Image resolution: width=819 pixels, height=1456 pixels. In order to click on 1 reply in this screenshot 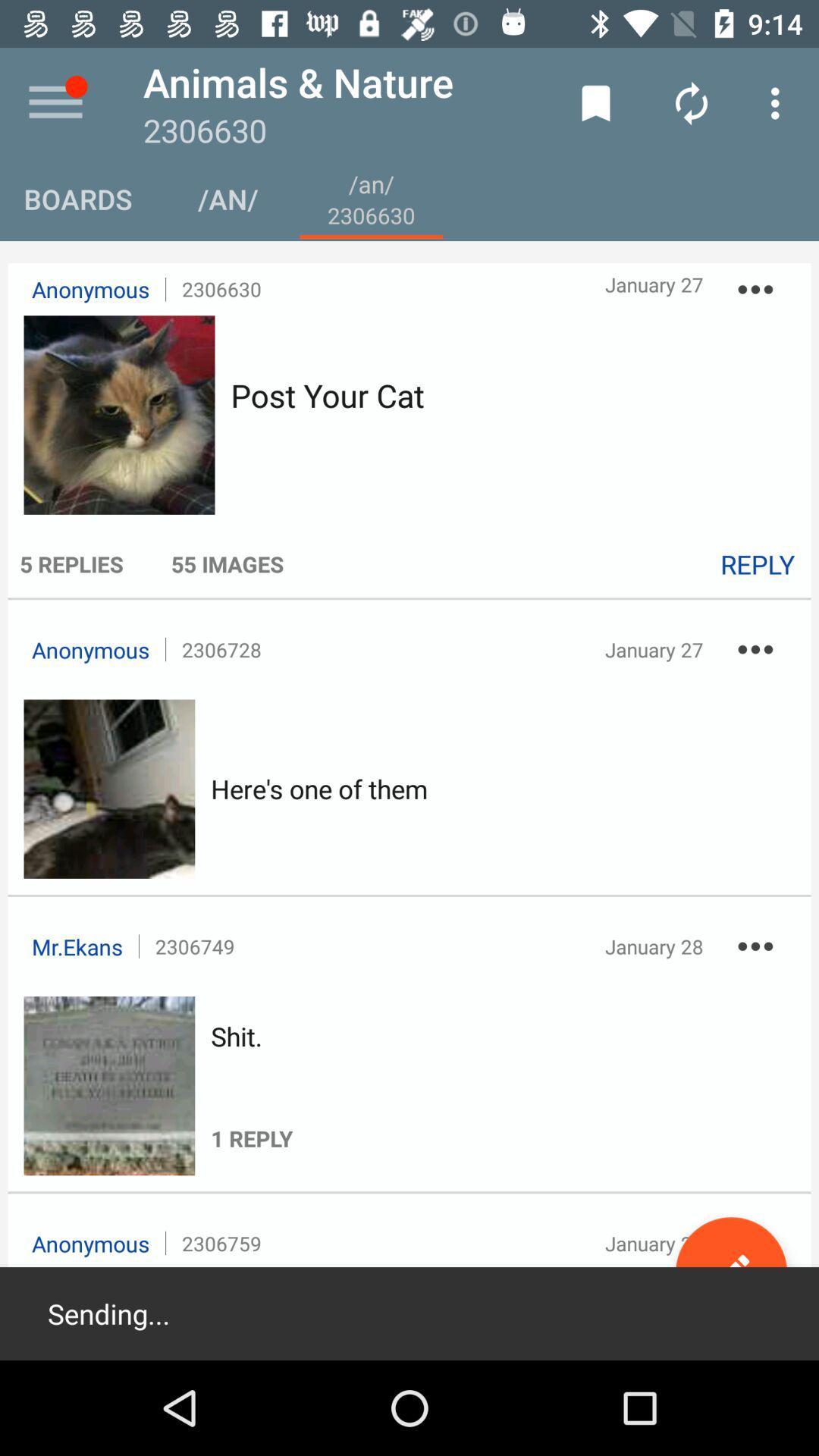, I will do `click(251, 1103)`.